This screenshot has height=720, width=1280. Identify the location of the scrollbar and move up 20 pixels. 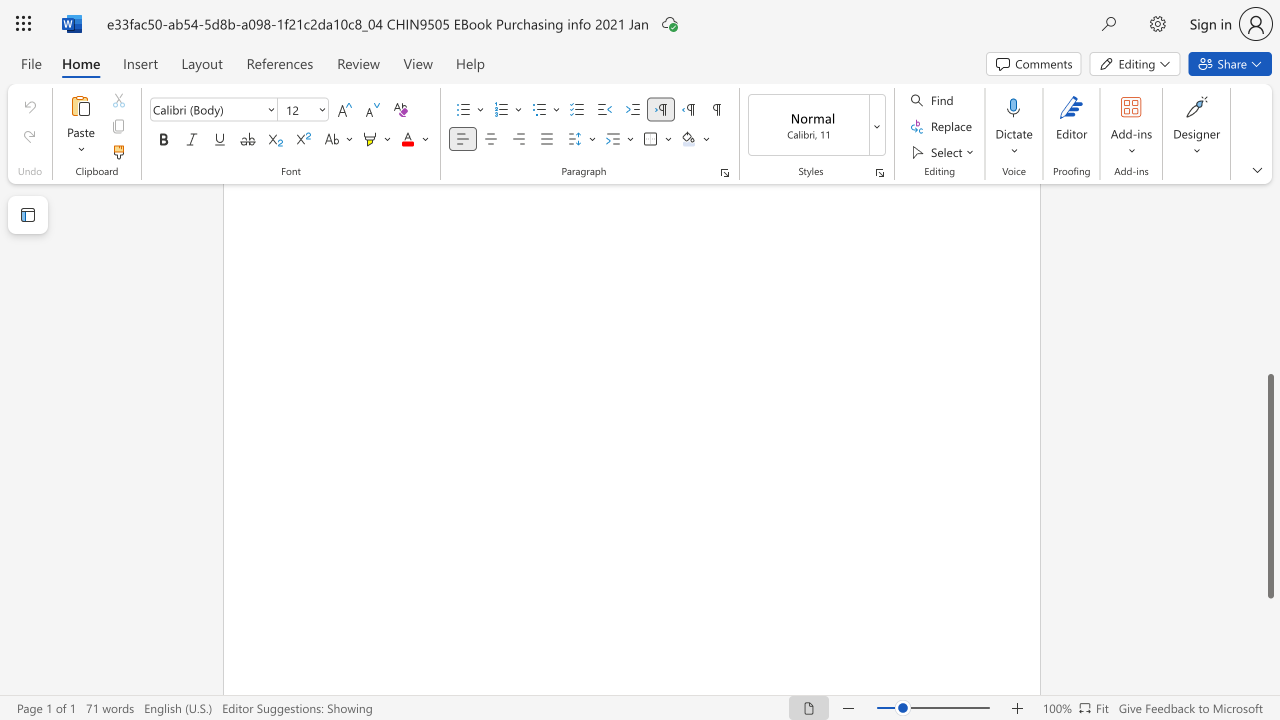
(1269, 486).